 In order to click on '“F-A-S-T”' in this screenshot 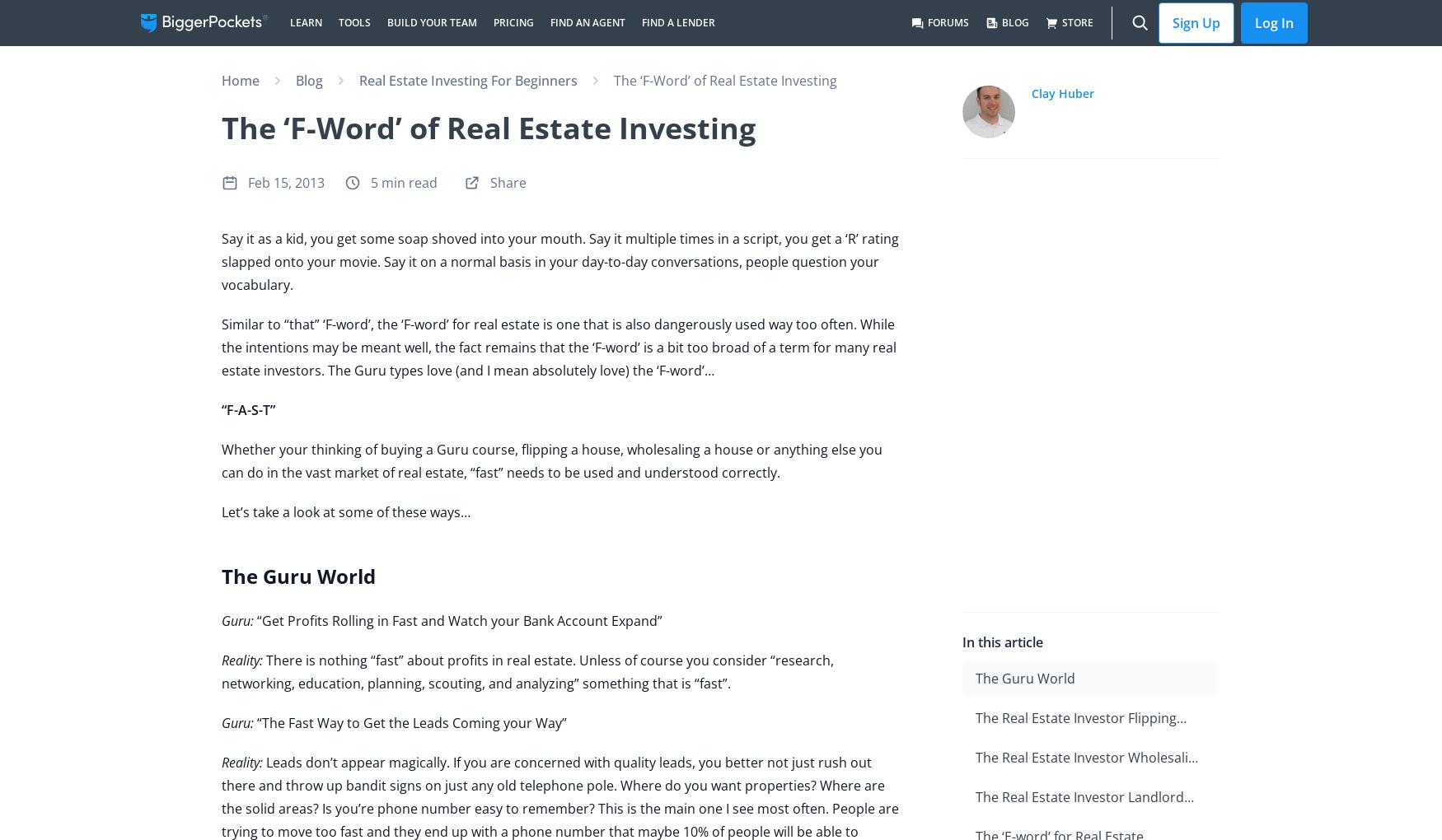, I will do `click(220, 409)`.